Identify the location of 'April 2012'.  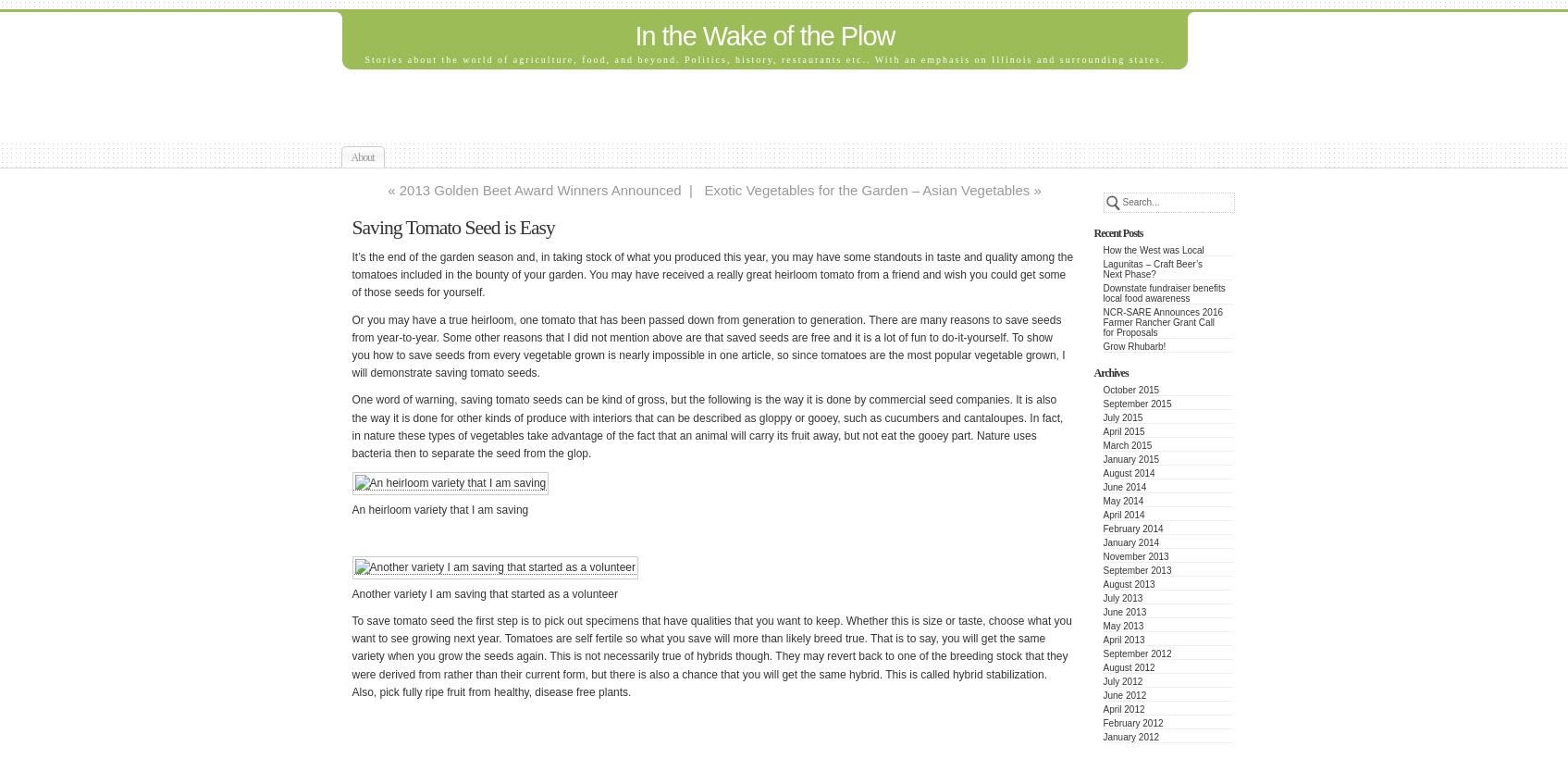
(1123, 708).